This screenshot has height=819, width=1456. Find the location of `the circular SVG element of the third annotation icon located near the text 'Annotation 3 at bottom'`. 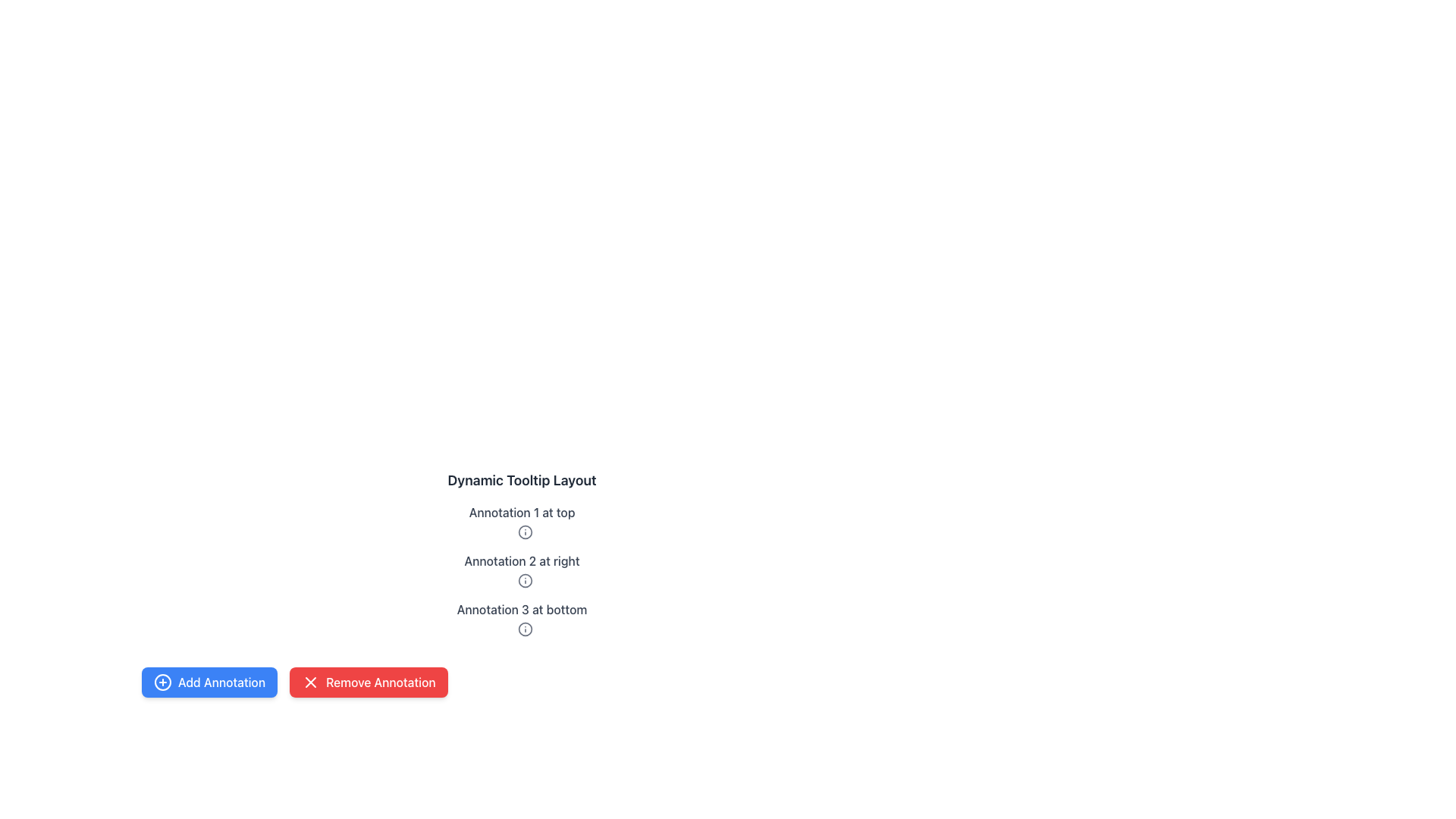

the circular SVG element of the third annotation icon located near the text 'Annotation 3 at bottom' is located at coordinates (525, 629).